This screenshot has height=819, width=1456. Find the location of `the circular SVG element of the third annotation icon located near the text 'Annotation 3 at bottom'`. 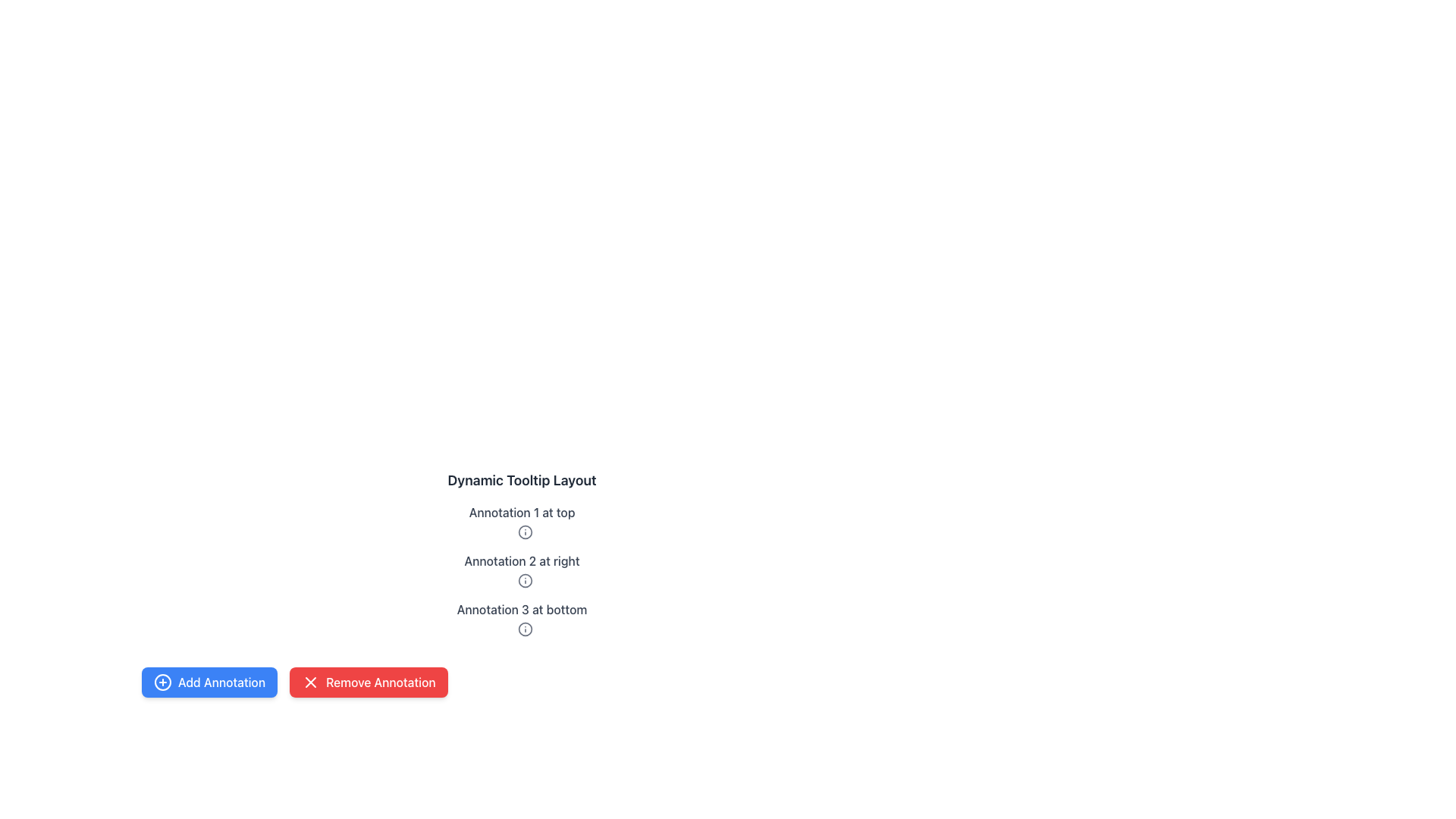

the circular SVG element of the third annotation icon located near the text 'Annotation 3 at bottom' is located at coordinates (525, 629).